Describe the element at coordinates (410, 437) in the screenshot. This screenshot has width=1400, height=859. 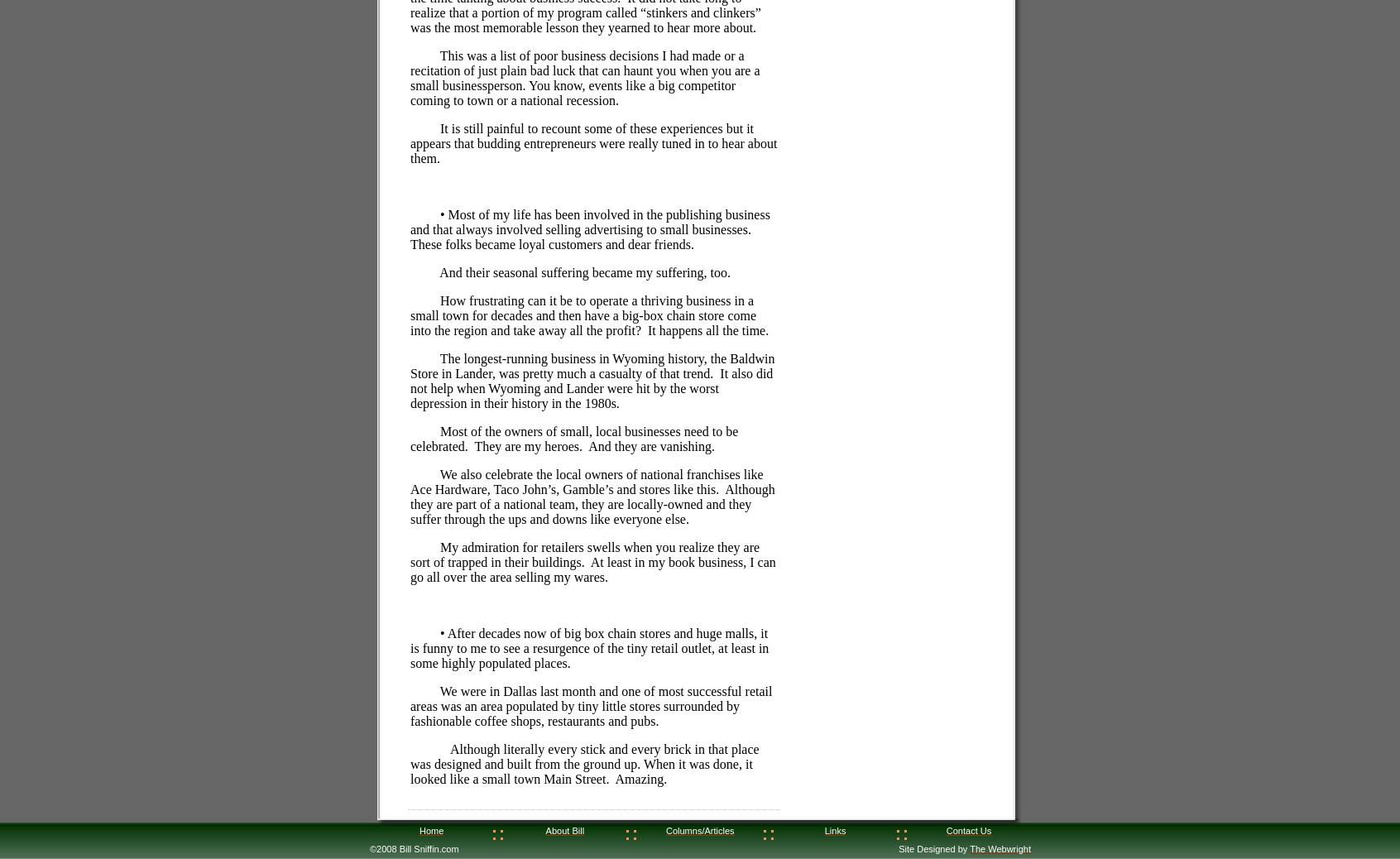
I see `'Most of the
owners of small, local businesses need to be celebrated.'` at that location.